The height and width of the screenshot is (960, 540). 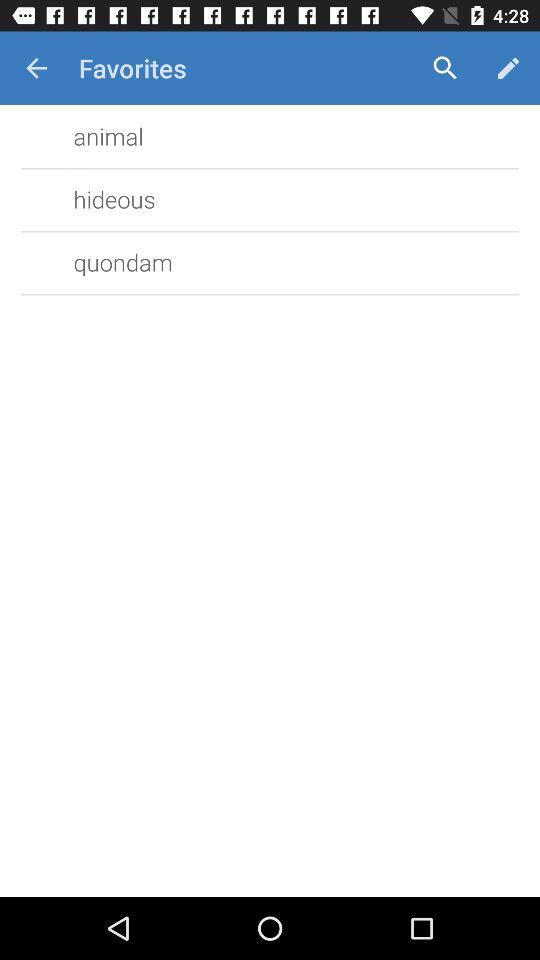 I want to click on item to the left of favorites icon, so click(x=36, y=68).